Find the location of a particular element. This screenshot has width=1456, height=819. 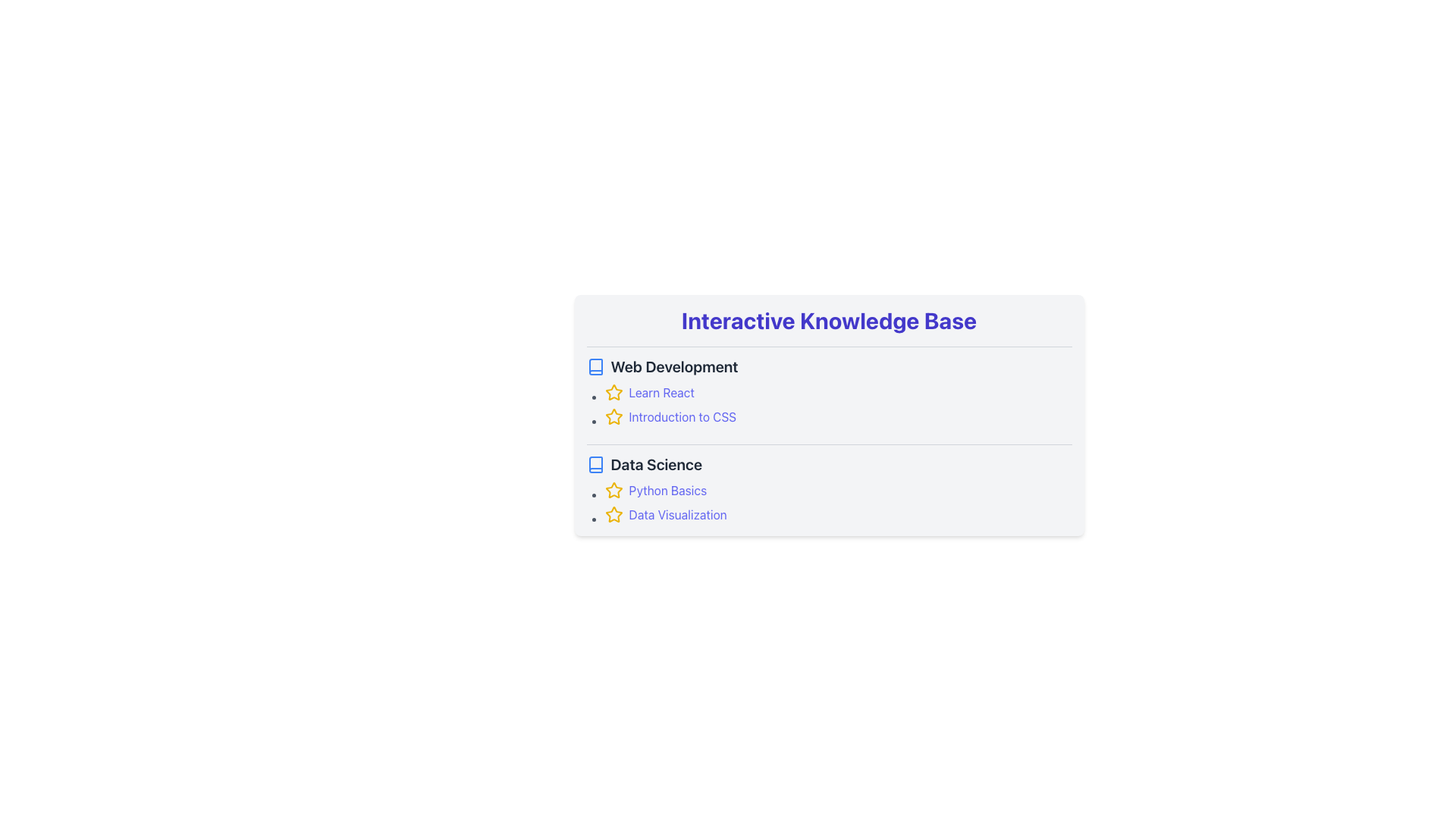

the yellow star-shaped icon located to the left of the 'Data Visualization' text link is located at coordinates (613, 513).